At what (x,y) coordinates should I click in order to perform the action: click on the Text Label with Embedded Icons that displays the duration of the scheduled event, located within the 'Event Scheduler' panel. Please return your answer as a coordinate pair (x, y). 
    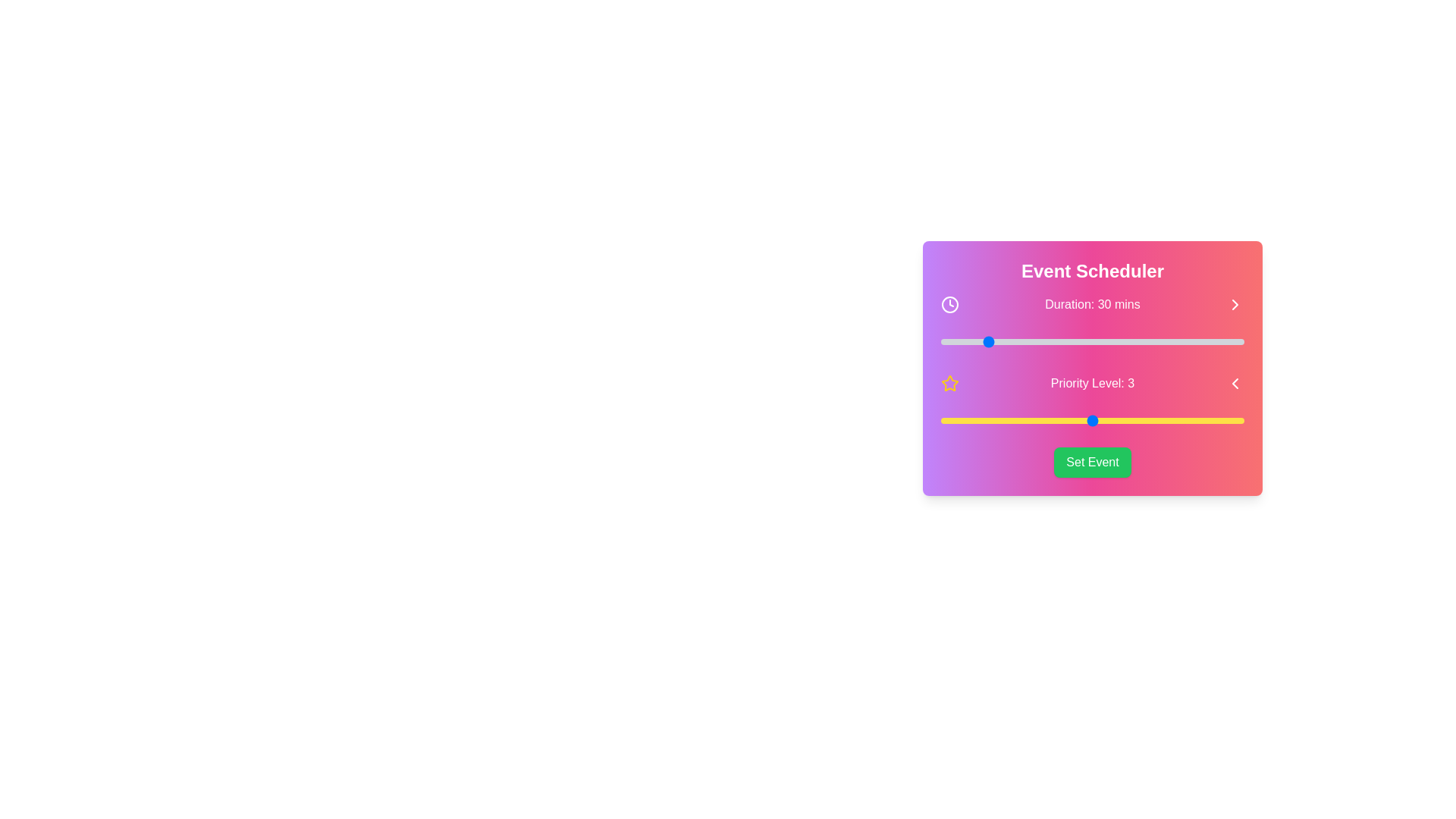
    Looking at the image, I should click on (1092, 304).